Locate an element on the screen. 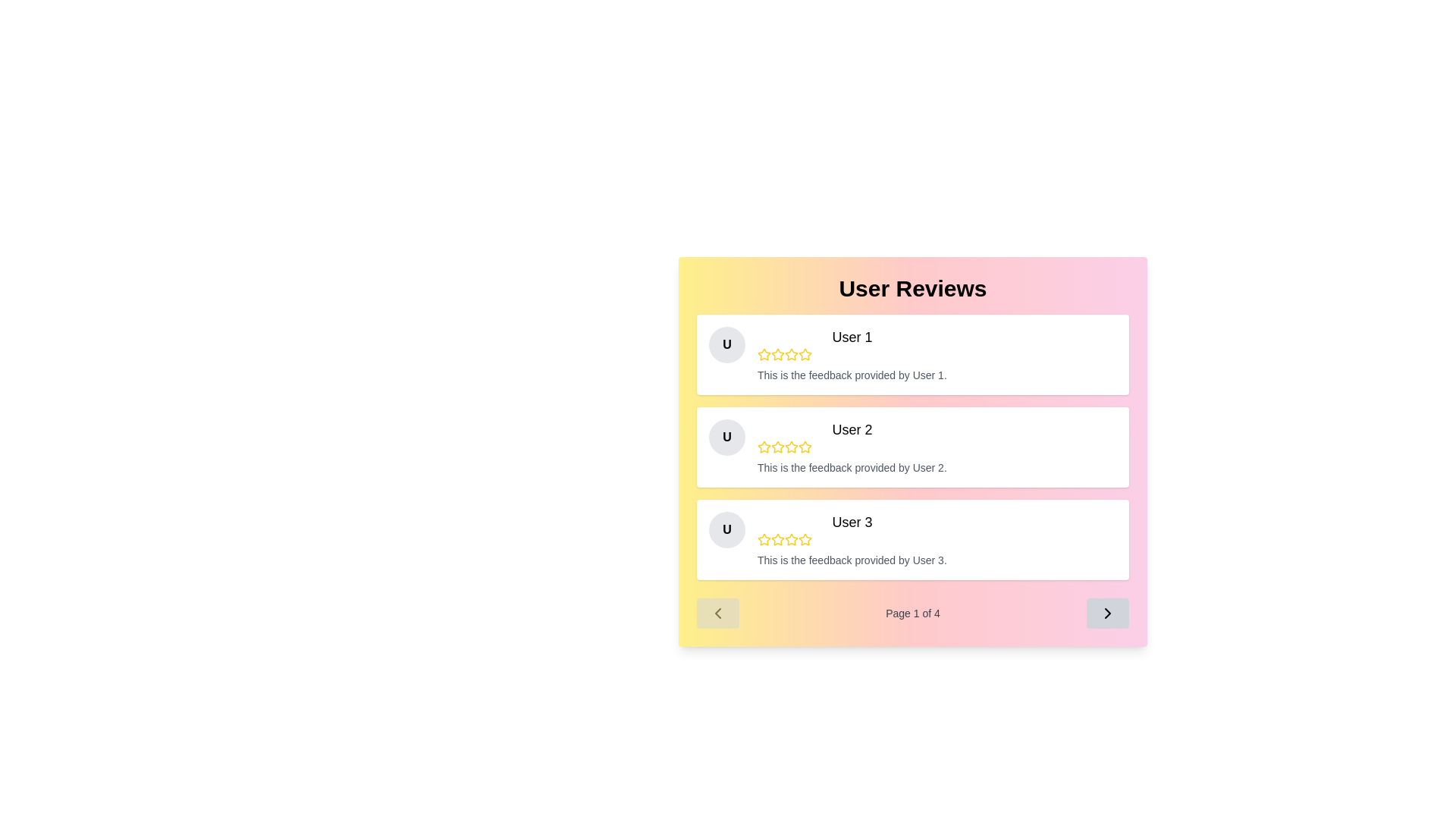 The height and width of the screenshot is (819, 1456). title text label located at the top of the first review card, which identifies the user providing feedback in a review context is located at coordinates (852, 336).